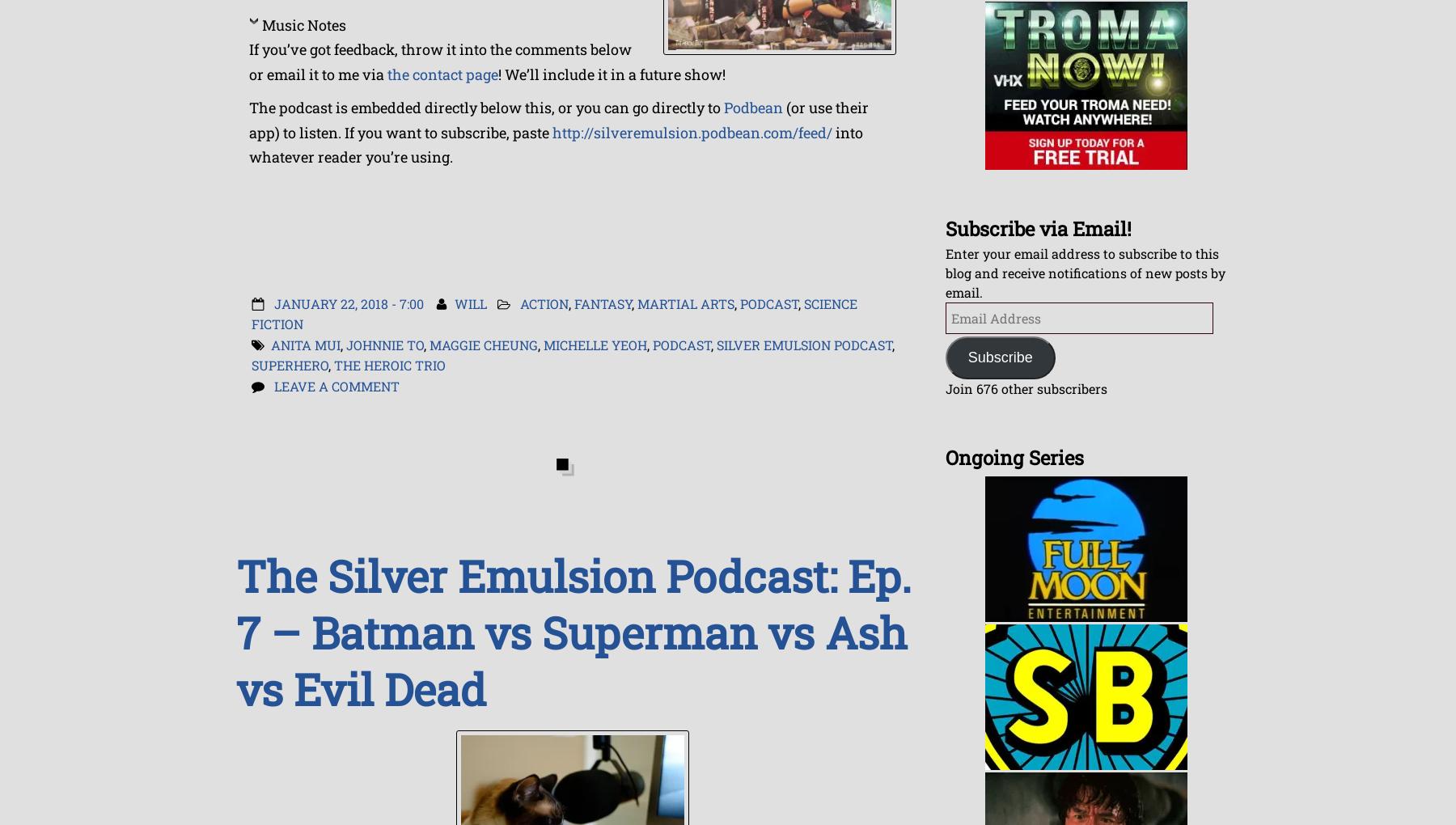  I want to click on 'If you’ve got feedback, throw it into the comments below or email it to me via', so click(248, 61).